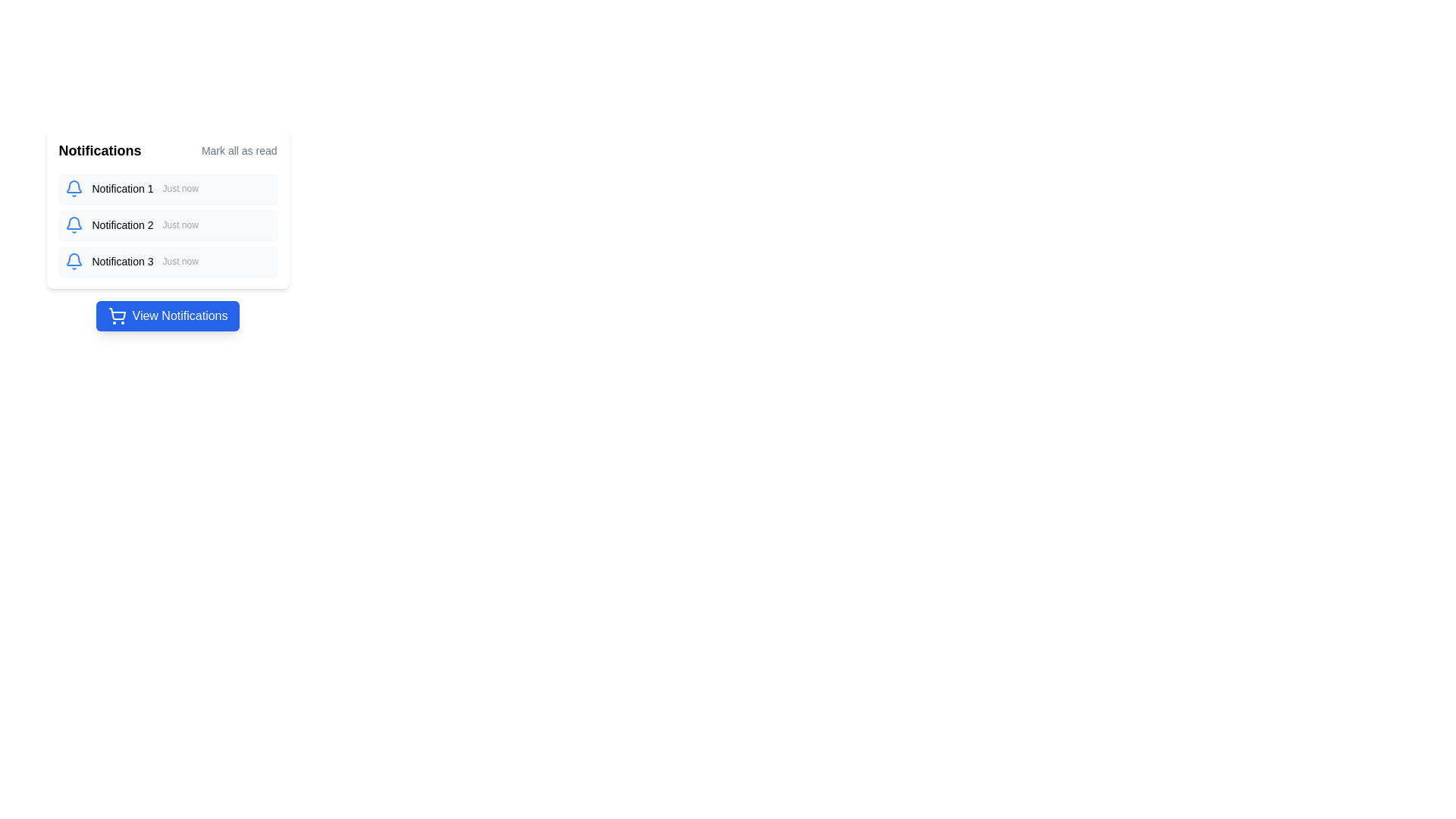  I want to click on the blue shopping cart icon located inside the 'View Notifications' button at the bottom of the interface, so click(116, 313).